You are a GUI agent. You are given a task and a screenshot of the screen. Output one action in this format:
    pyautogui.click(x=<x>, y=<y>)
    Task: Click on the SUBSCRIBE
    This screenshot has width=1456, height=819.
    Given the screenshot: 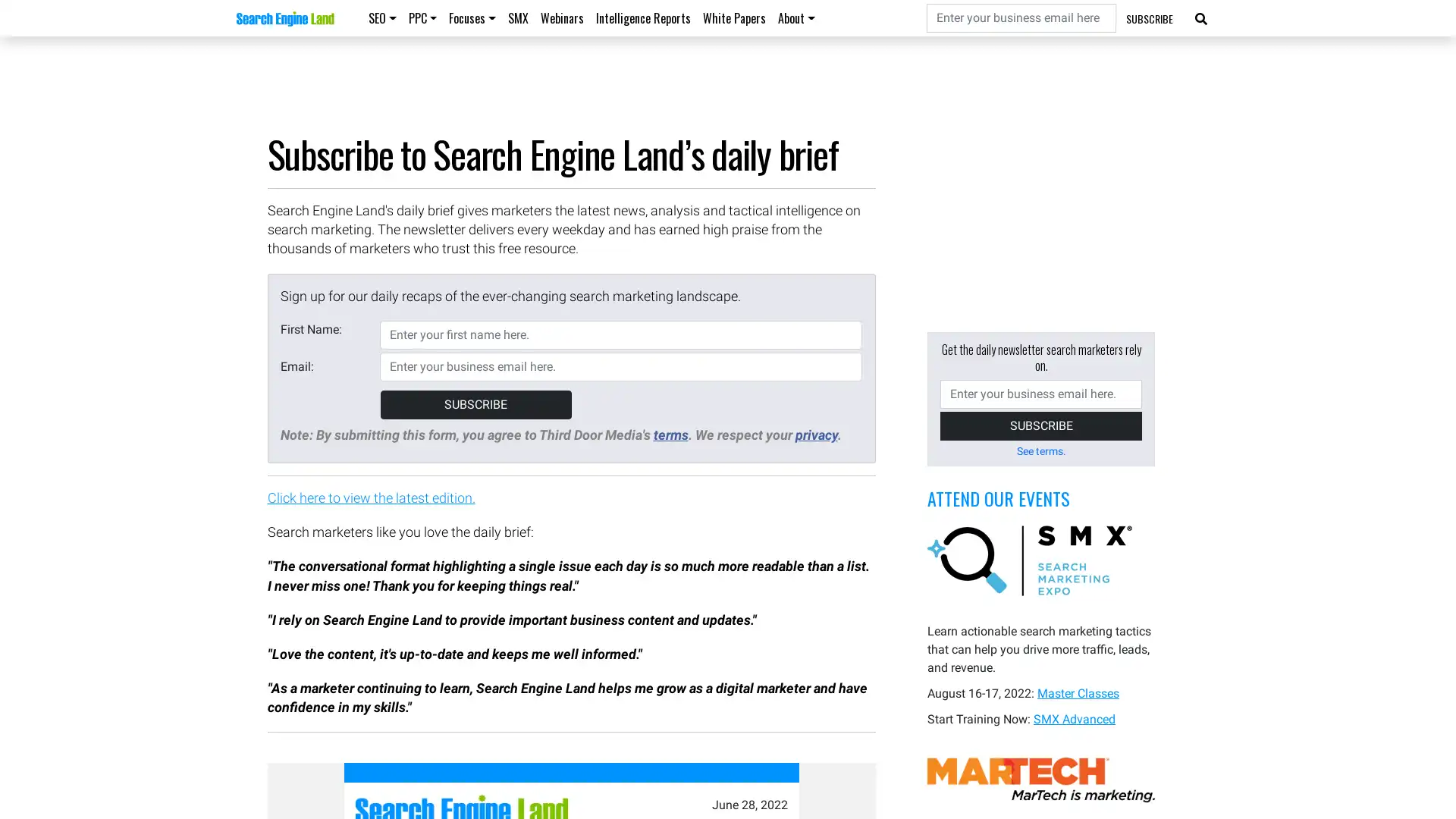 What is the action you would take?
    pyautogui.click(x=1150, y=17)
    